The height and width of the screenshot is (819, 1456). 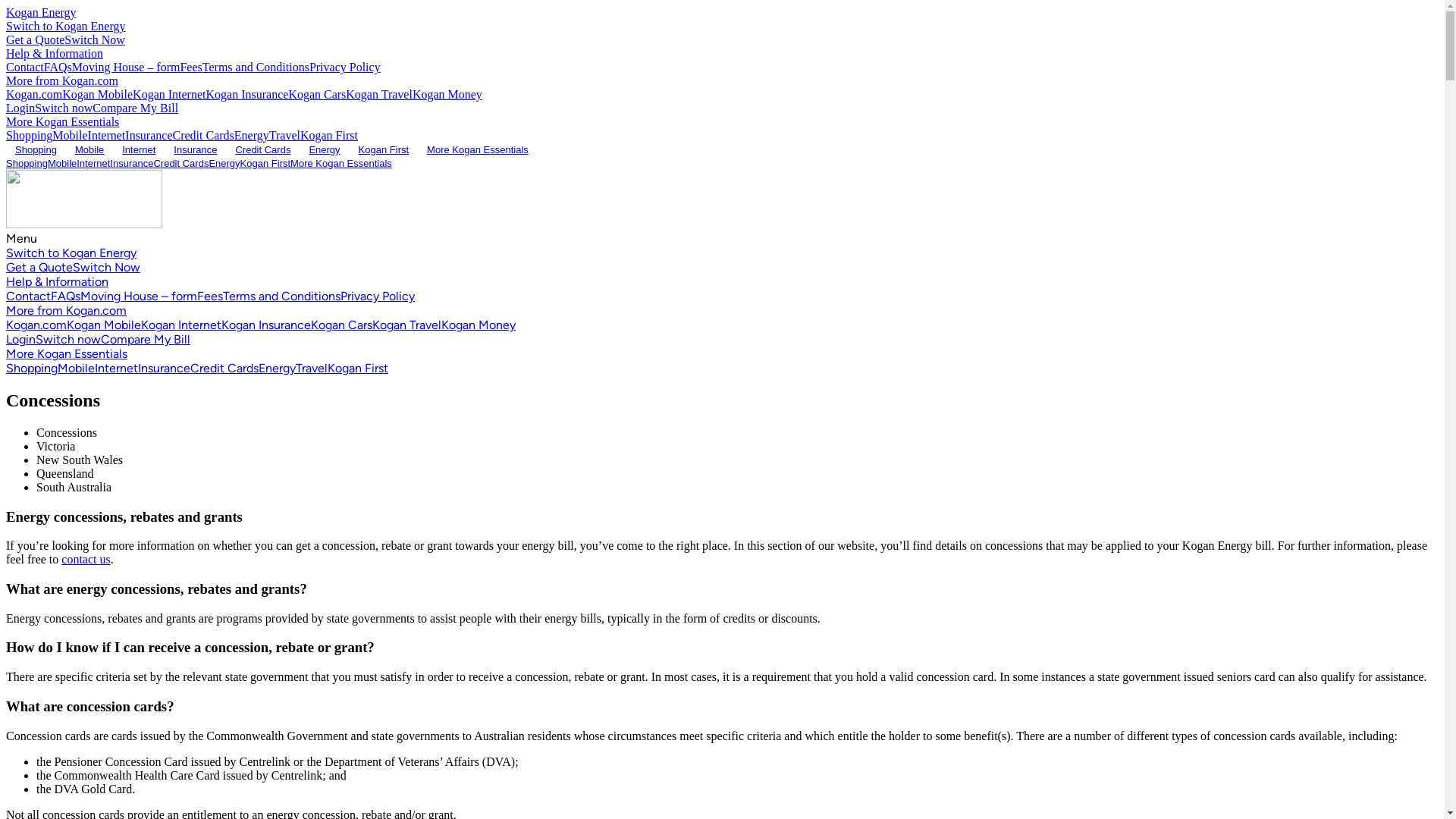 What do you see at coordinates (61, 163) in the screenshot?
I see `'Mobile'` at bounding box center [61, 163].